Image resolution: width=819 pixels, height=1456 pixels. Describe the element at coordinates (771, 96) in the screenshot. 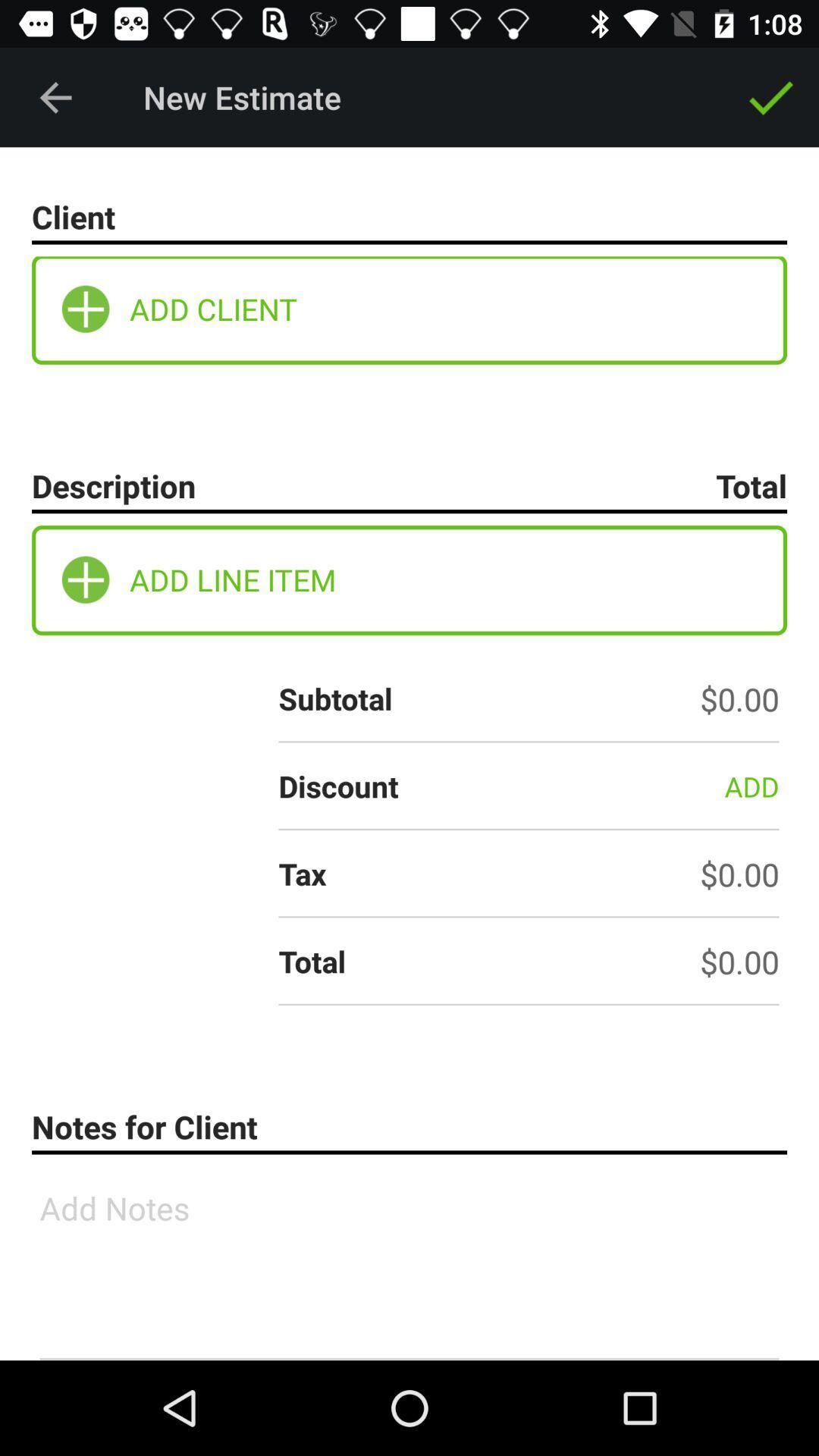

I see `the icon to the right of new estimate item` at that location.